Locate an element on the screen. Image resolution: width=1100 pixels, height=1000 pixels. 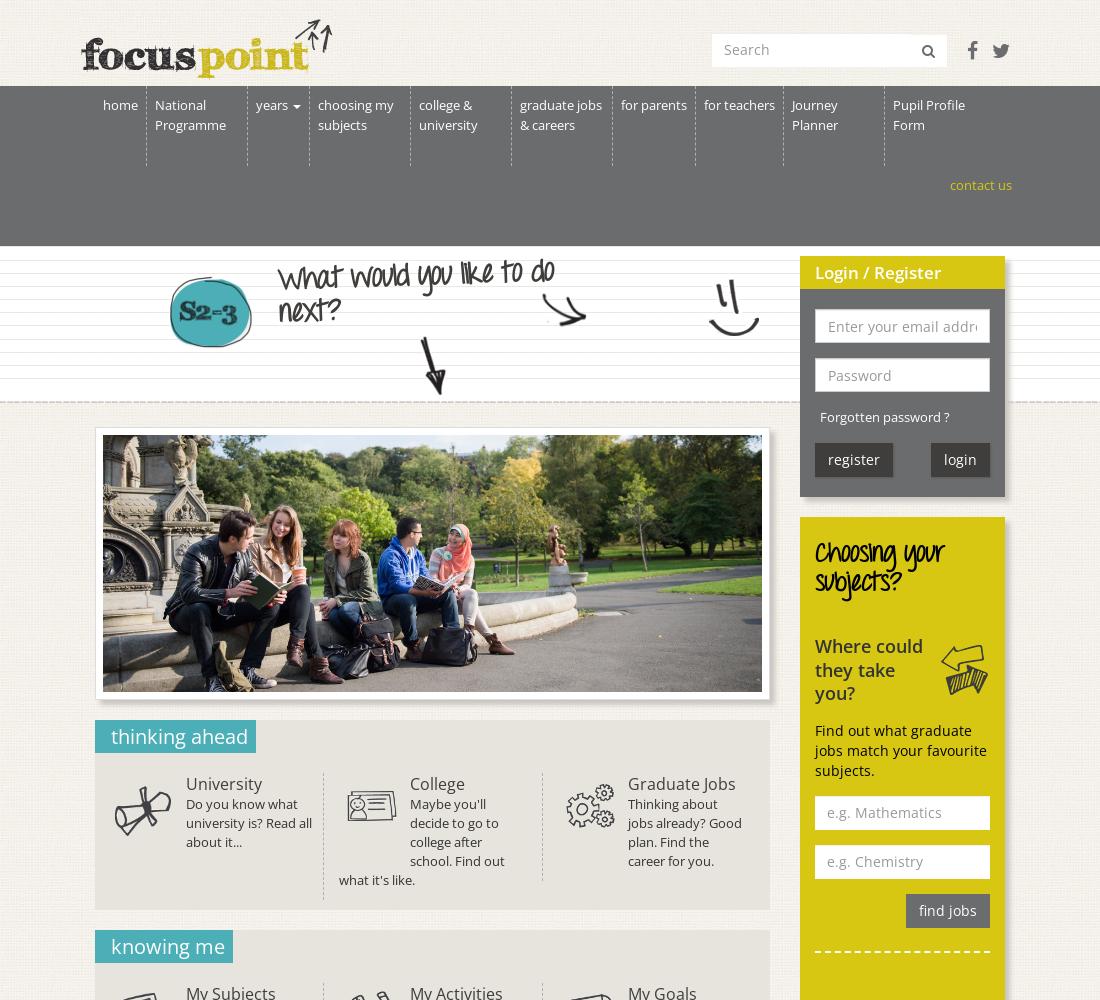
'Knowing Me' is located at coordinates (110, 944).